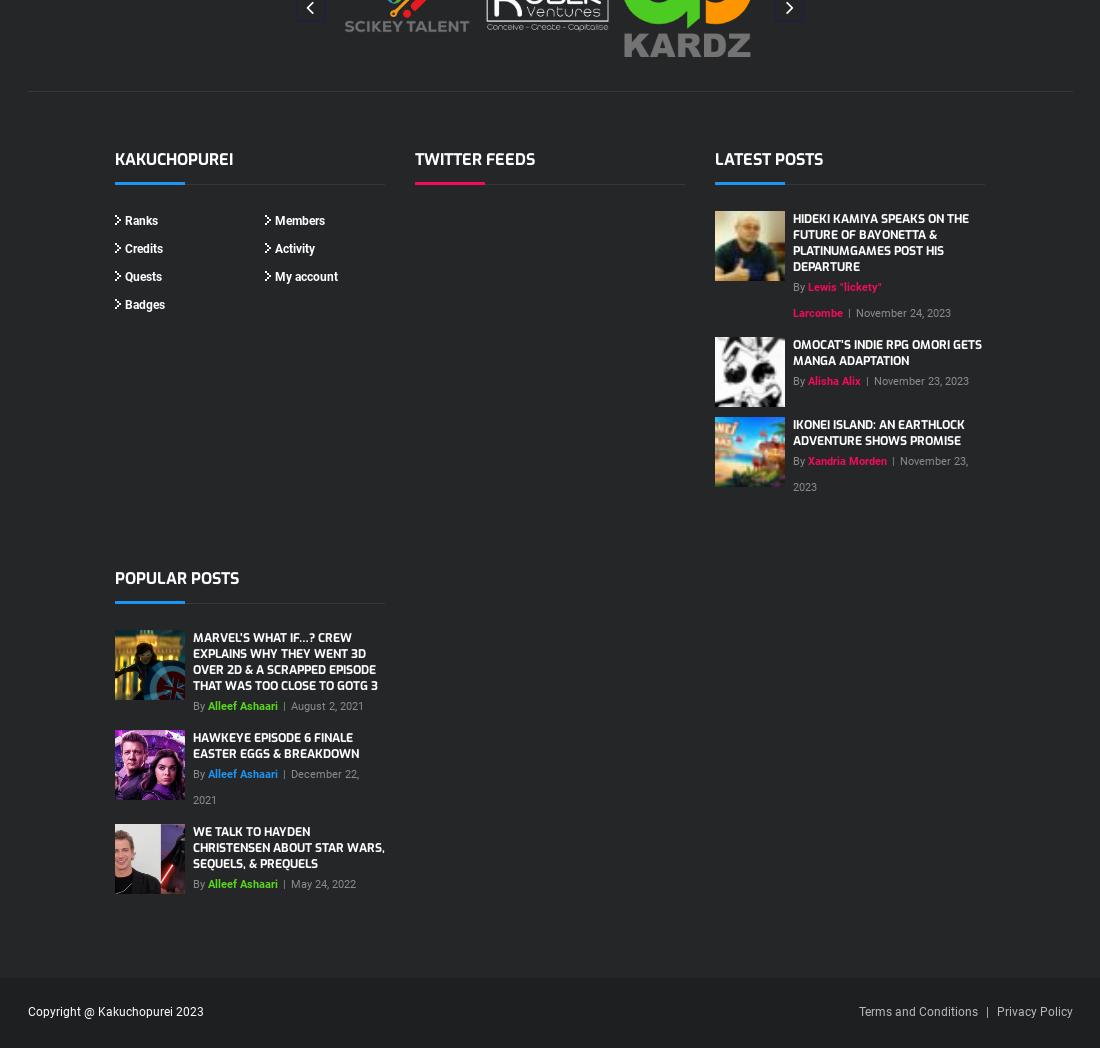 Image resolution: width=1100 pixels, height=1048 pixels. Describe the element at coordinates (903, 312) in the screenshot. I see `'November 24, 2023'` at that location.